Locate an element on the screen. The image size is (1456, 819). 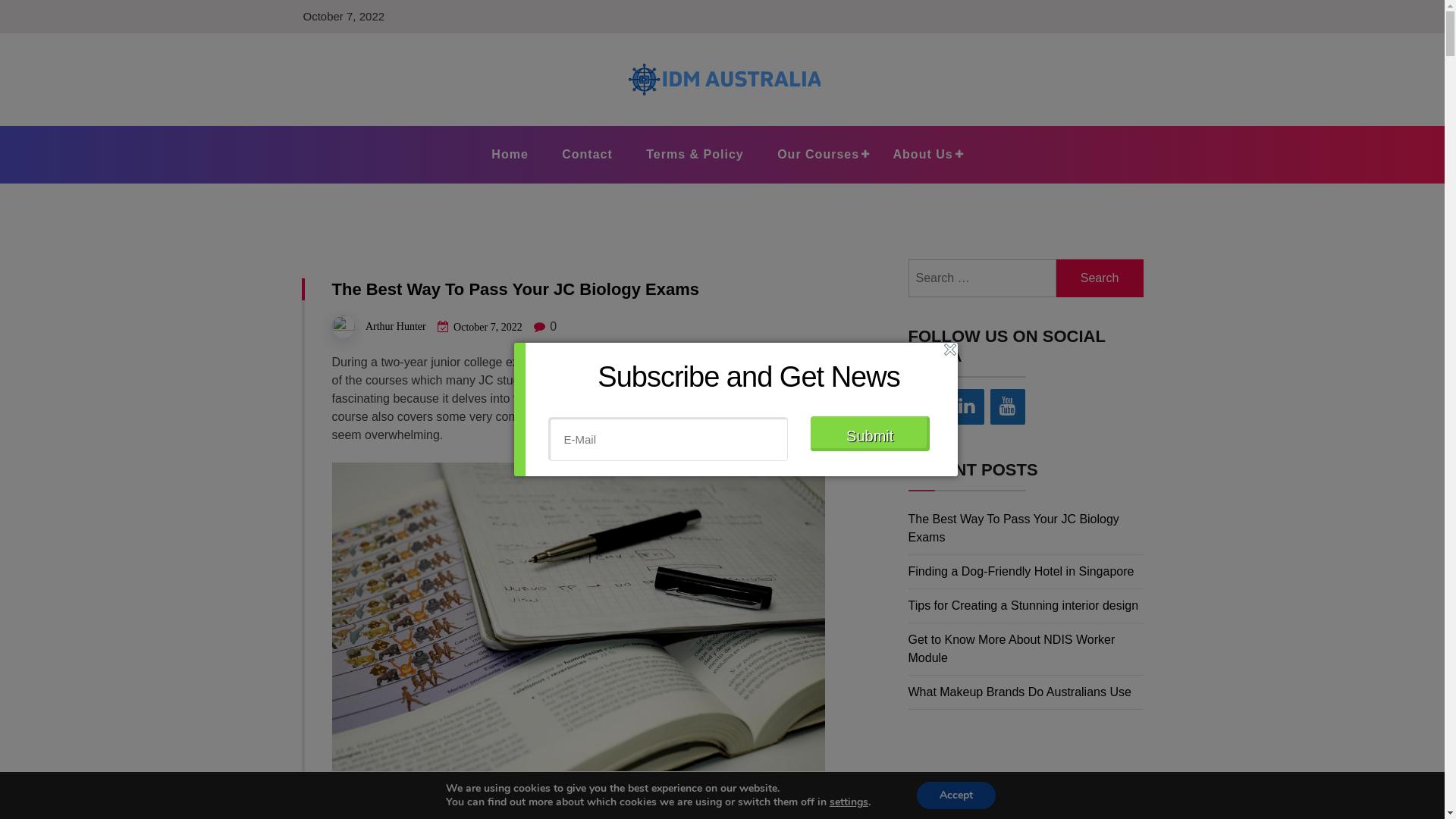
'Arthur Hunter' is located at coordinates (396, 325).